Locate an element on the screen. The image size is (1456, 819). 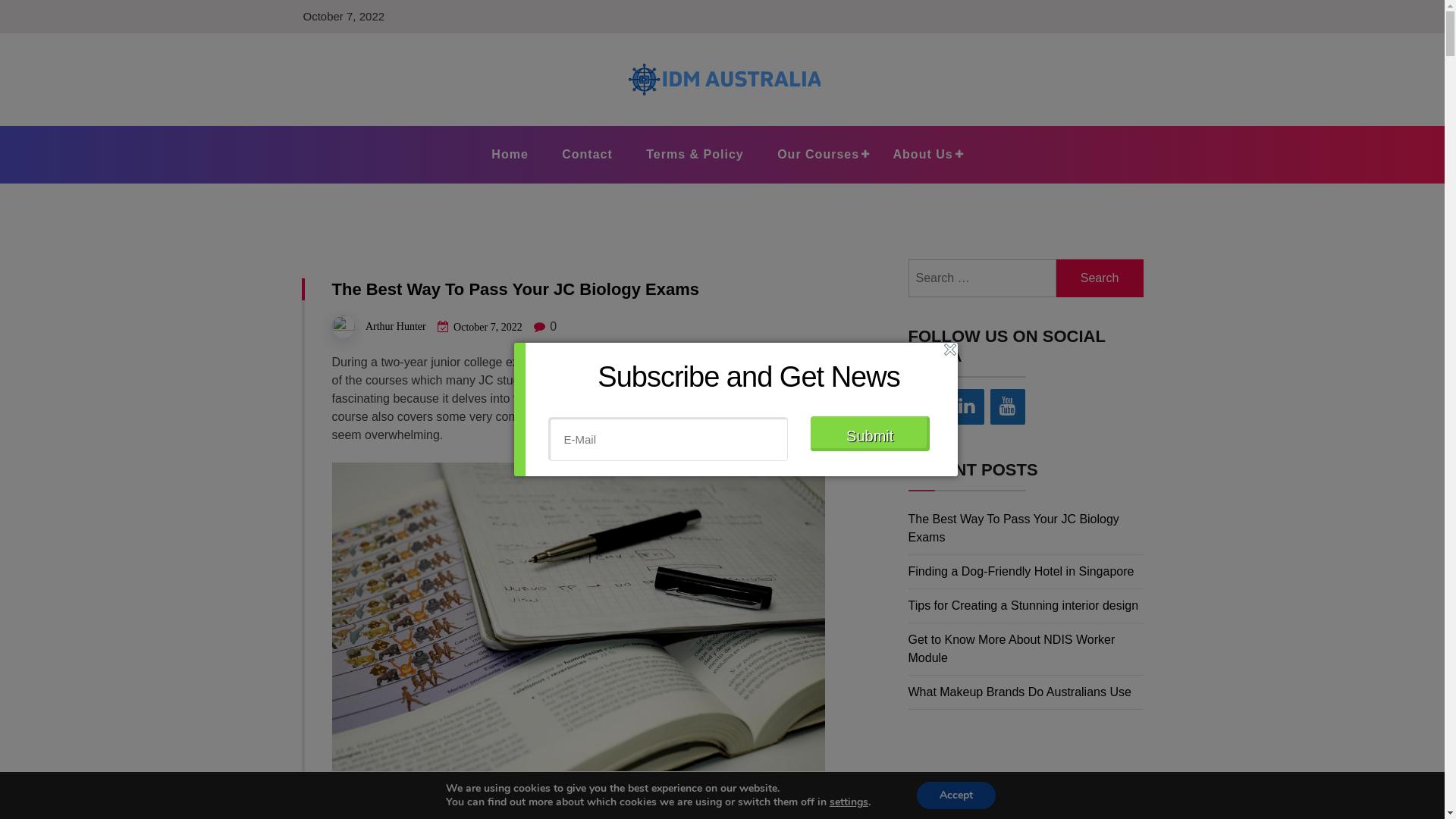
'Arthur Hunter' is located at coordinates (396, 325).